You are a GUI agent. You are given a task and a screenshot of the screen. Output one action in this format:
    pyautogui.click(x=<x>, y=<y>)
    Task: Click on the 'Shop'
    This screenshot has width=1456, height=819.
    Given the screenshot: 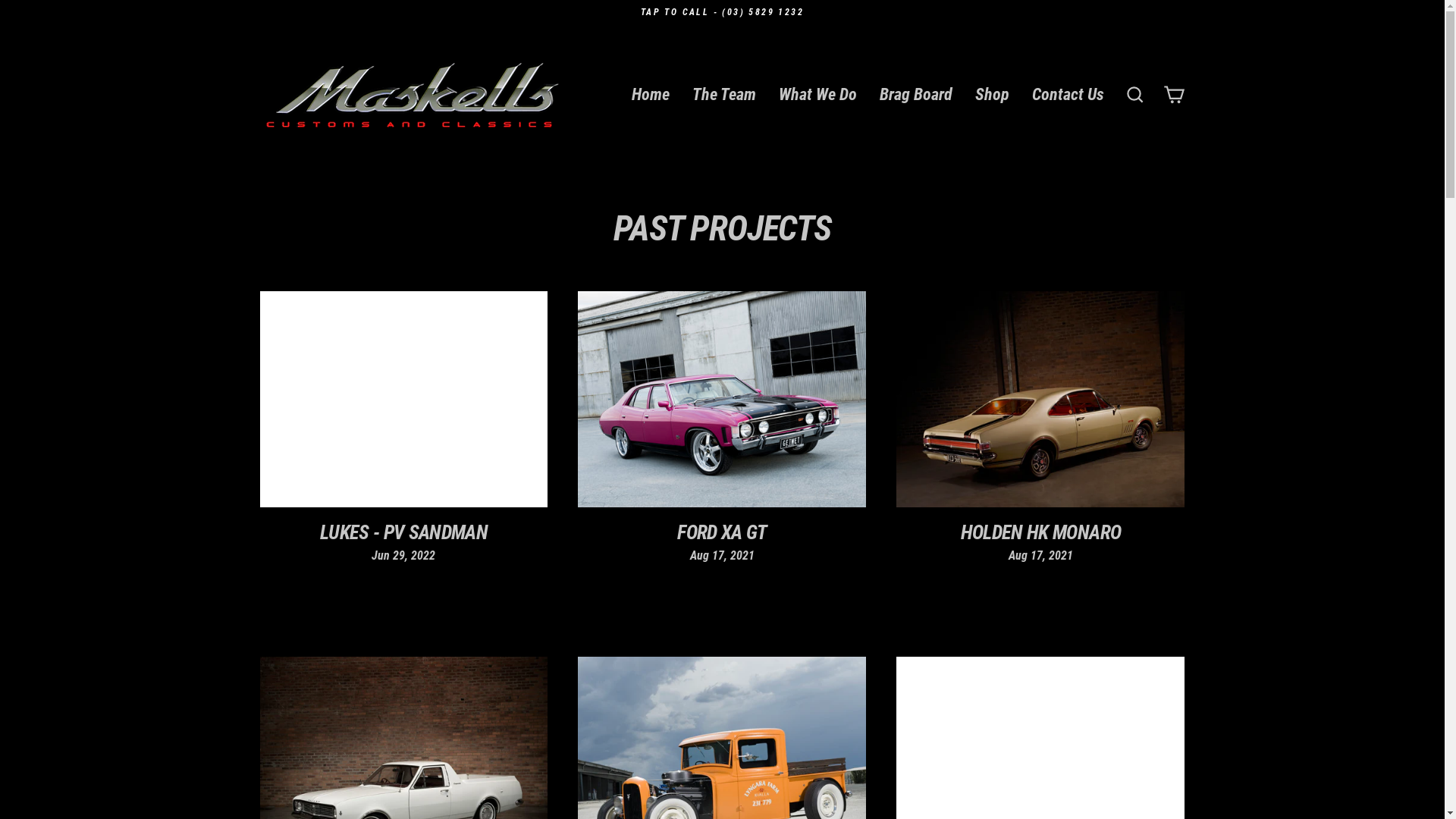 What is the action you would take?
    pyautogui.click(x=991, y=94)
    